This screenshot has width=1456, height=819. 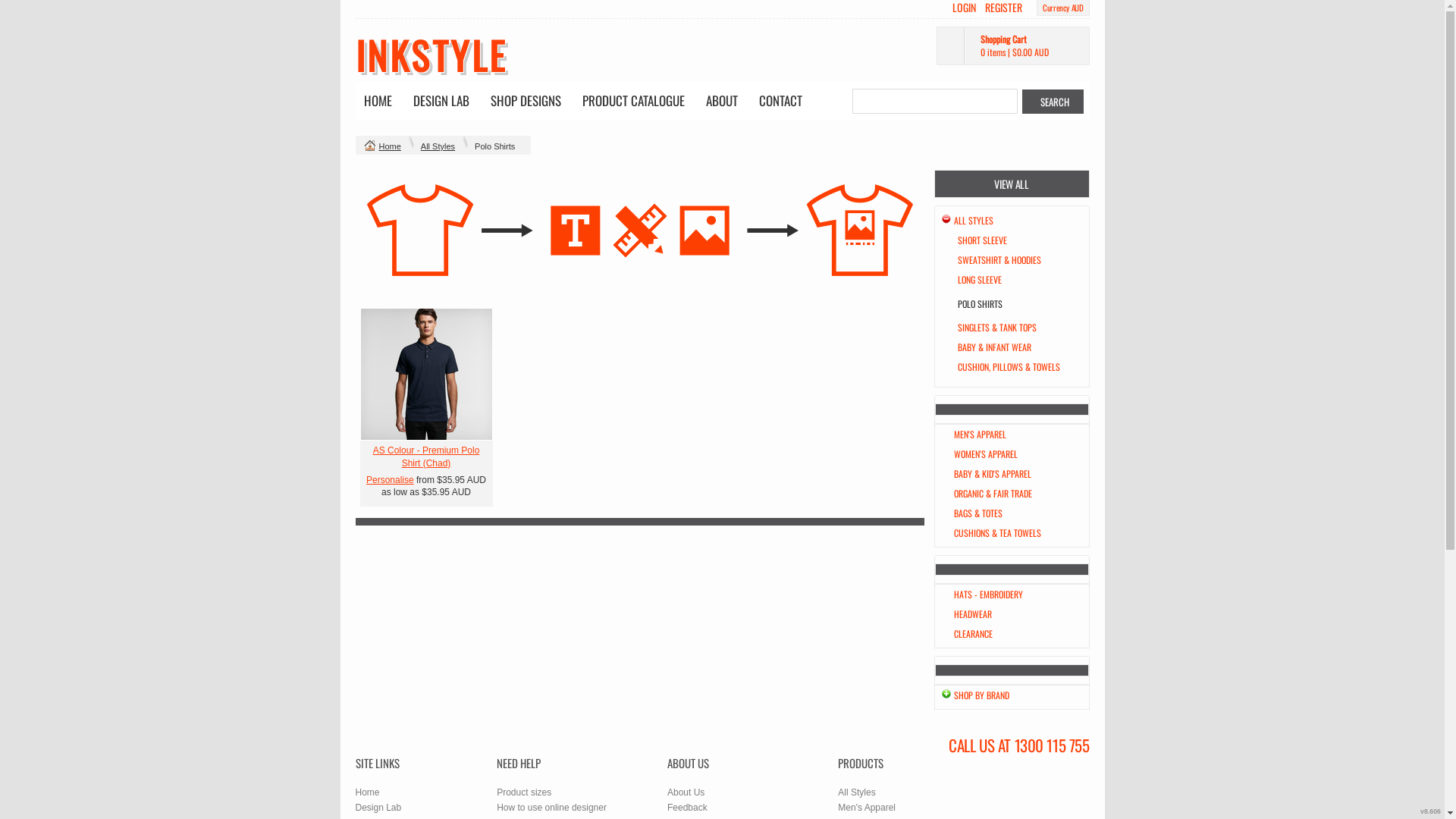 I want to click on 'PRODUCT CATALOGUE', so click(x=632, y=102).